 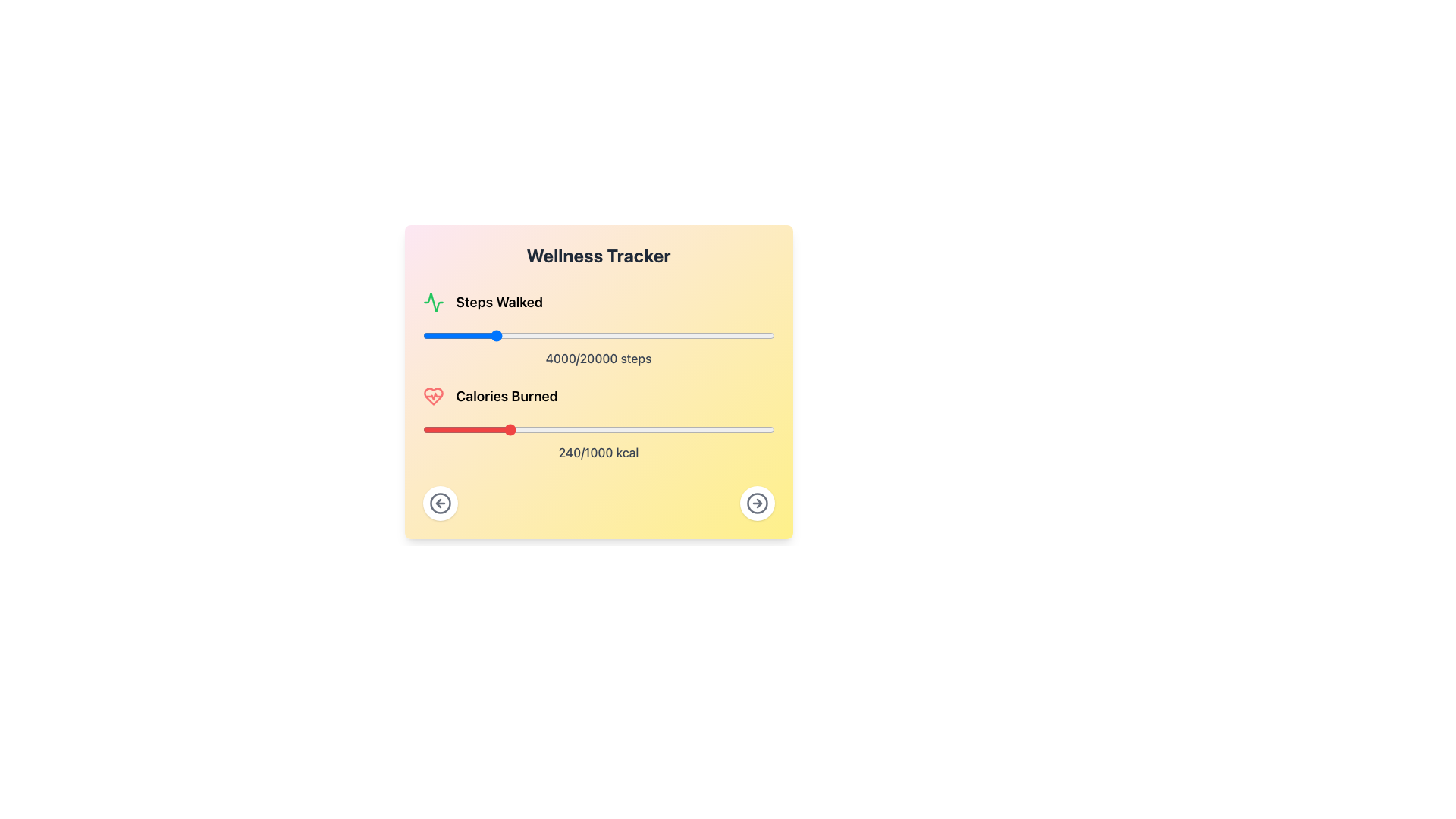 What do you see at coordinates (558, 430) in the screenshot?
I see `the calories burned slider` at bounding box center [558, 430].